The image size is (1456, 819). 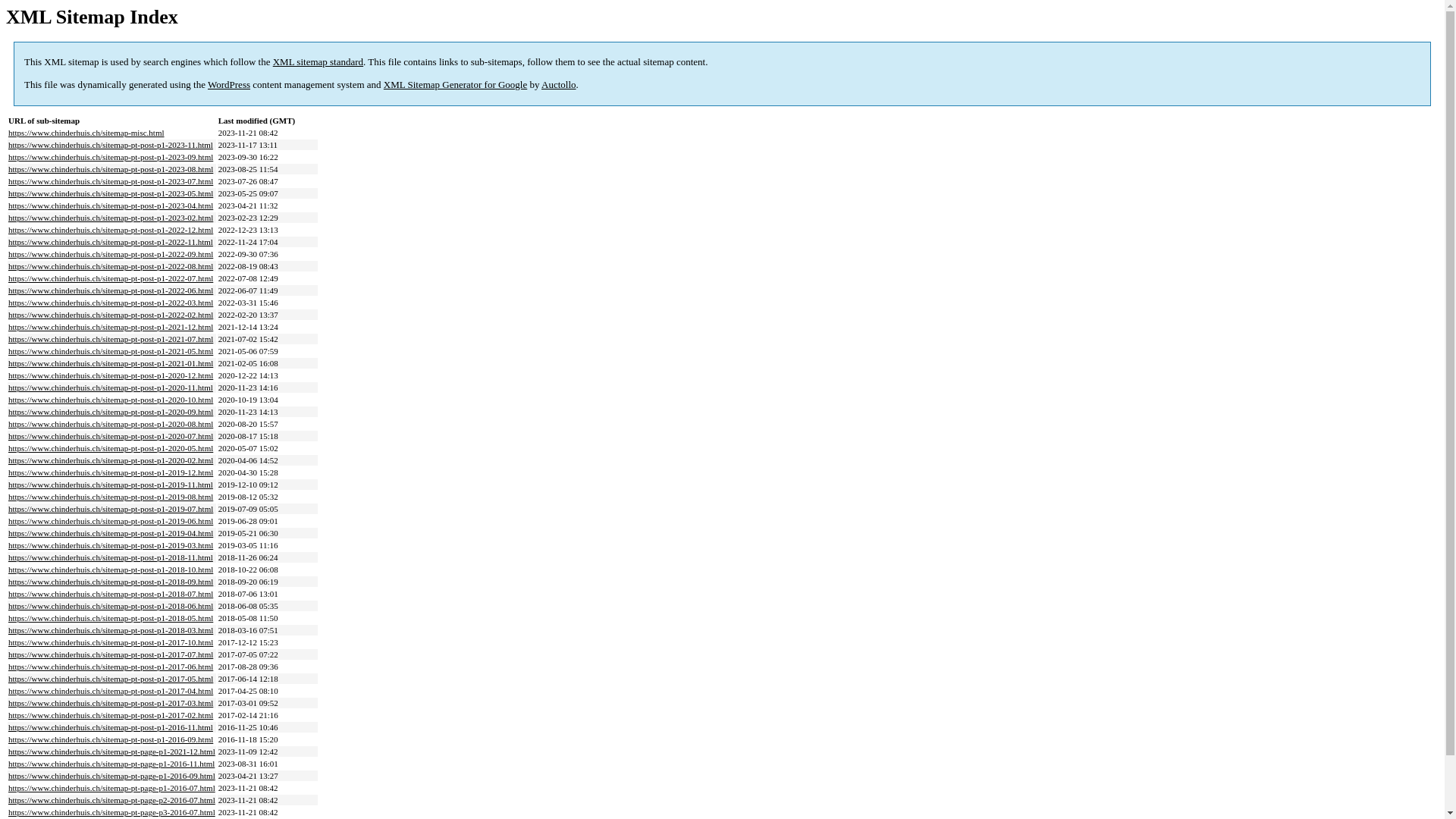 What do you see at coordinates (109, 205) in the screenshot?
I see `'https://www.chinderhuis.ch/sitemap-pt-post-p1-2023-04.html'` at bounding box center [109, 205].